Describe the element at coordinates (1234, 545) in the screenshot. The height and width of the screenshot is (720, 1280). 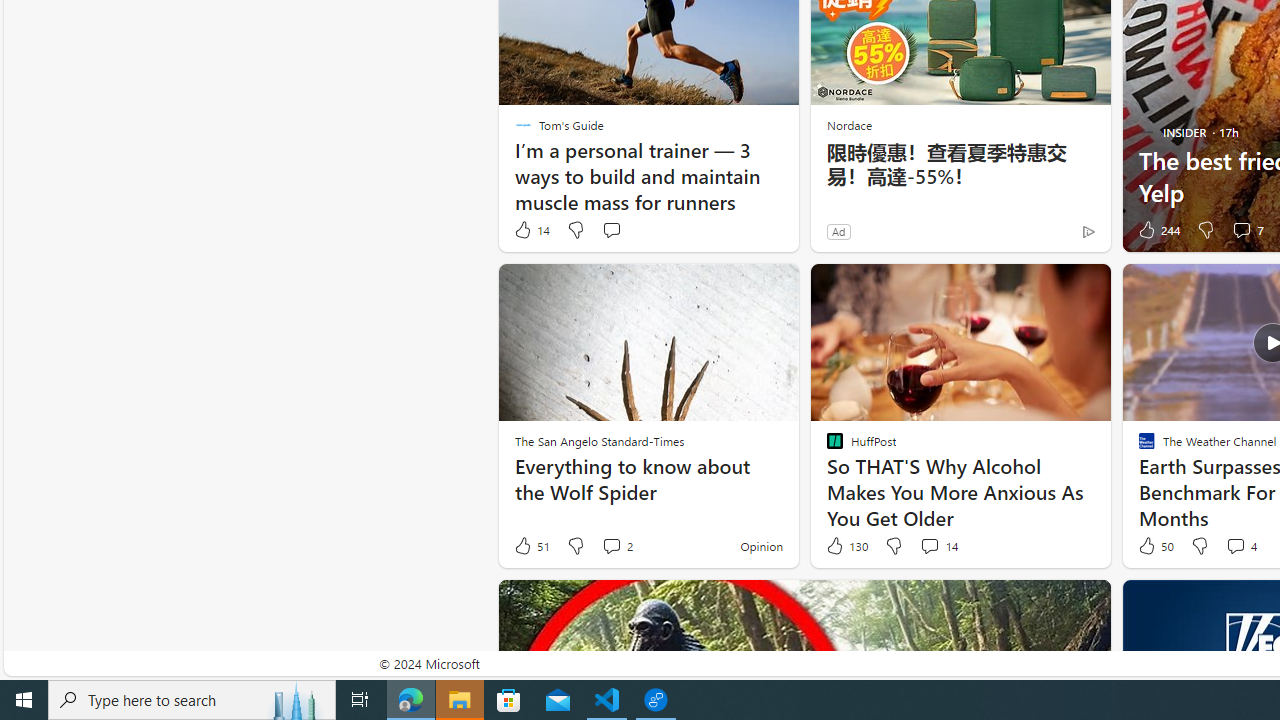
I see `'View comments 4 Comment'` at that location.